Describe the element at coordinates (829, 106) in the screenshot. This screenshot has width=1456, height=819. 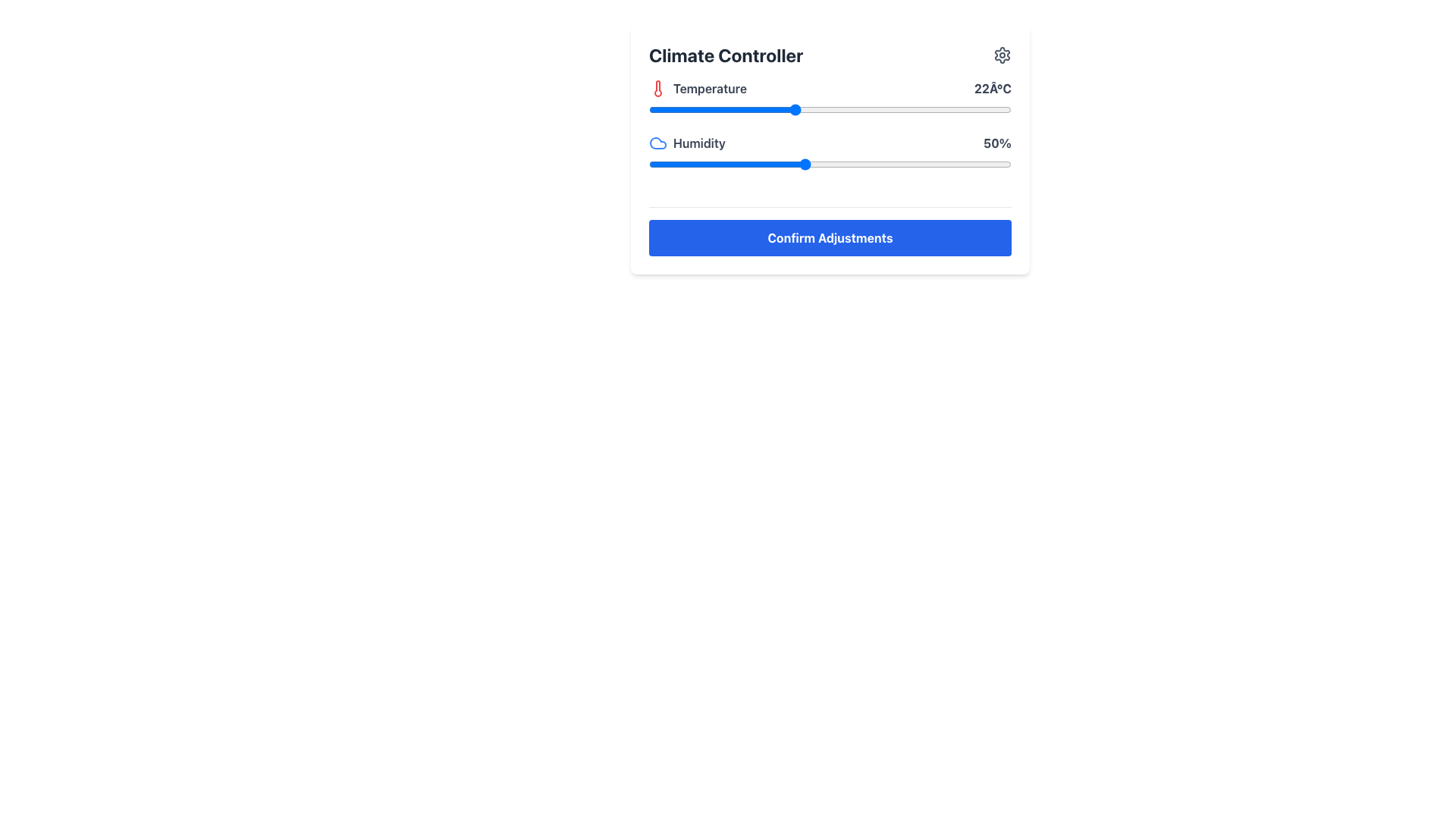
I see `the interactive temperature slider component, which displays a thermometer icon on the left and the temperature value '22°C' on the right, located below the 'Climate Controller' heading` at that location.